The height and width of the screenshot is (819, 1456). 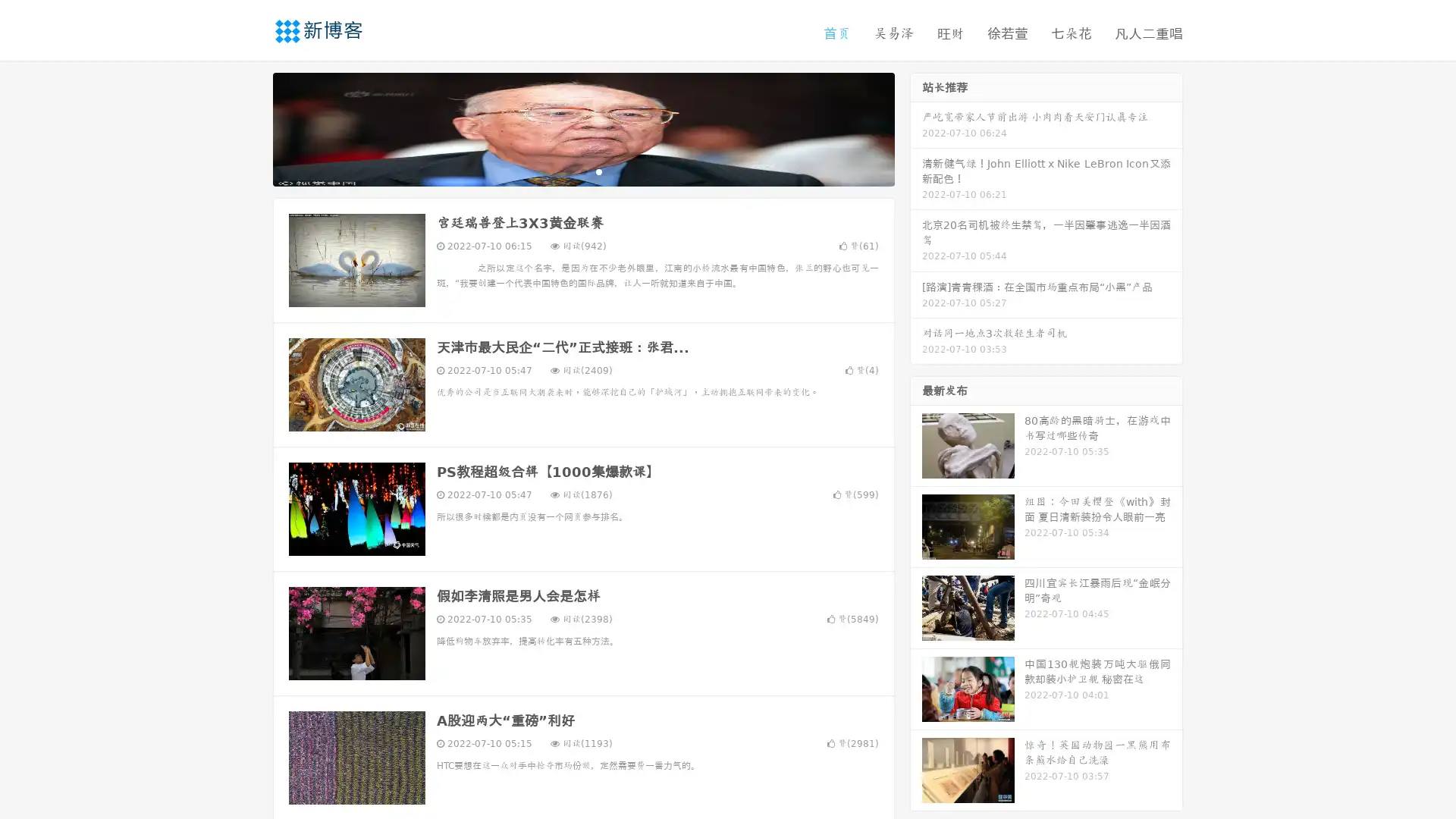 What do you see at coordinates (916, 127) in the screenshot?
I see `Next slide` at bounding box center [916, 127].